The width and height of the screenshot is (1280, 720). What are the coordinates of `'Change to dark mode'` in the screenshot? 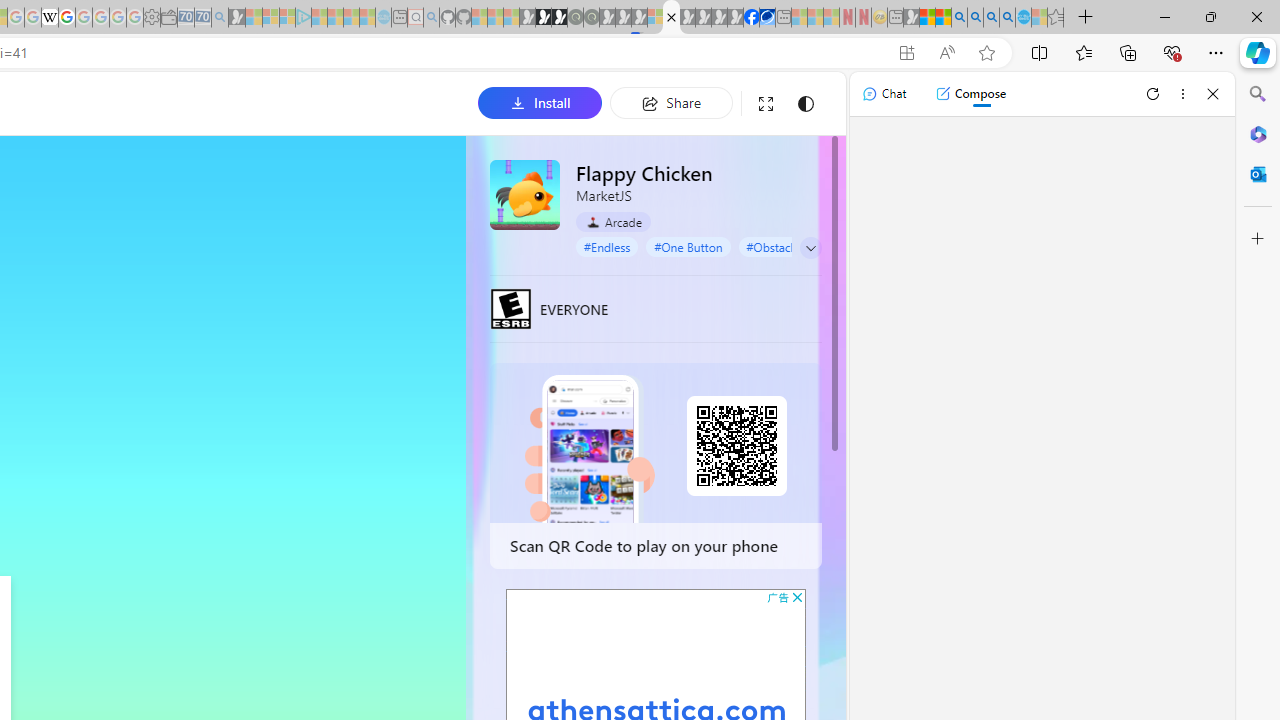 It's located at (805, 103).